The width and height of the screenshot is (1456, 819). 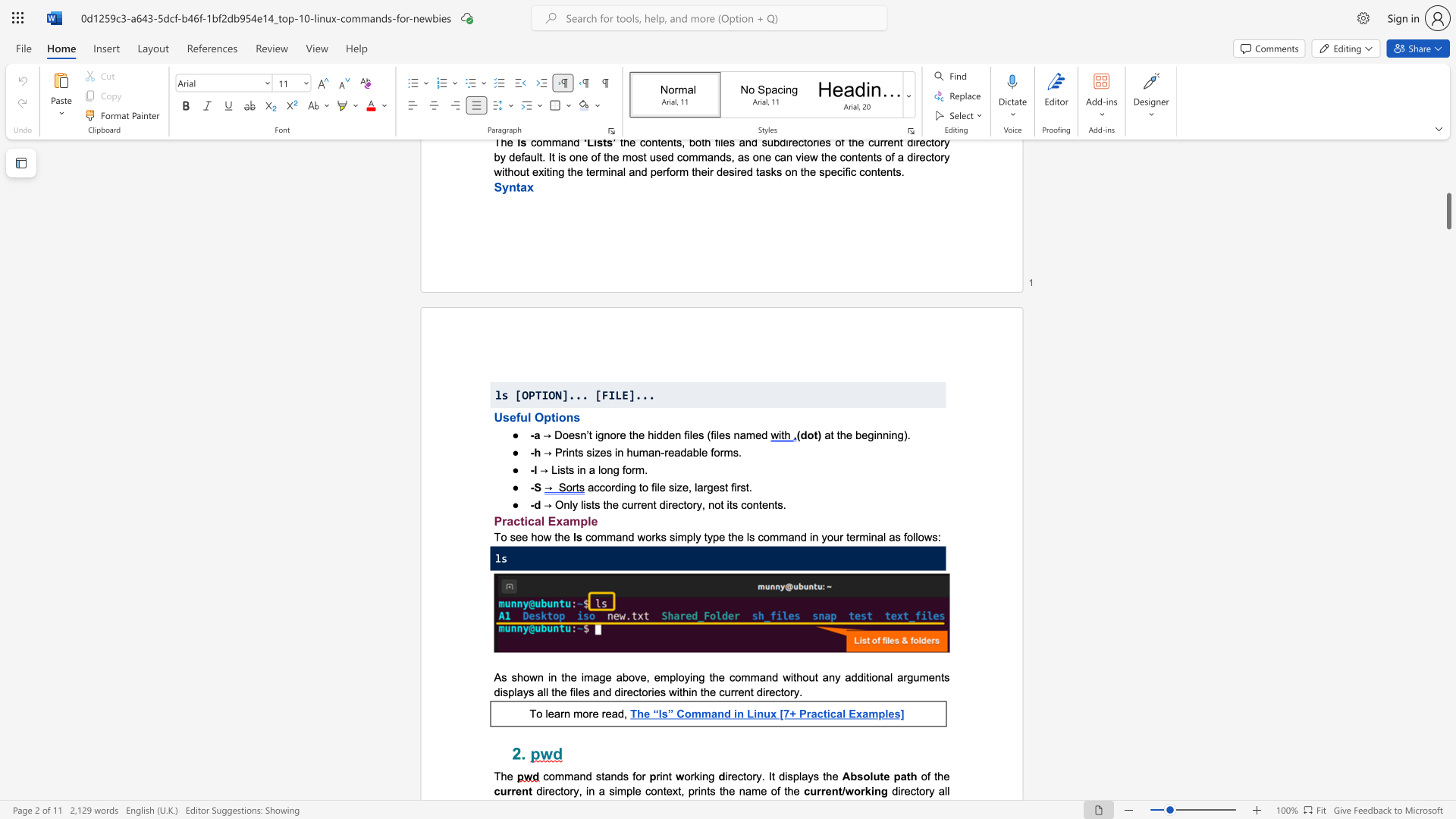 What do you see at coordinates (808, 714) in the screenshot?
I see `the 1th character "r" in the text` at bounding box center [808, 714].